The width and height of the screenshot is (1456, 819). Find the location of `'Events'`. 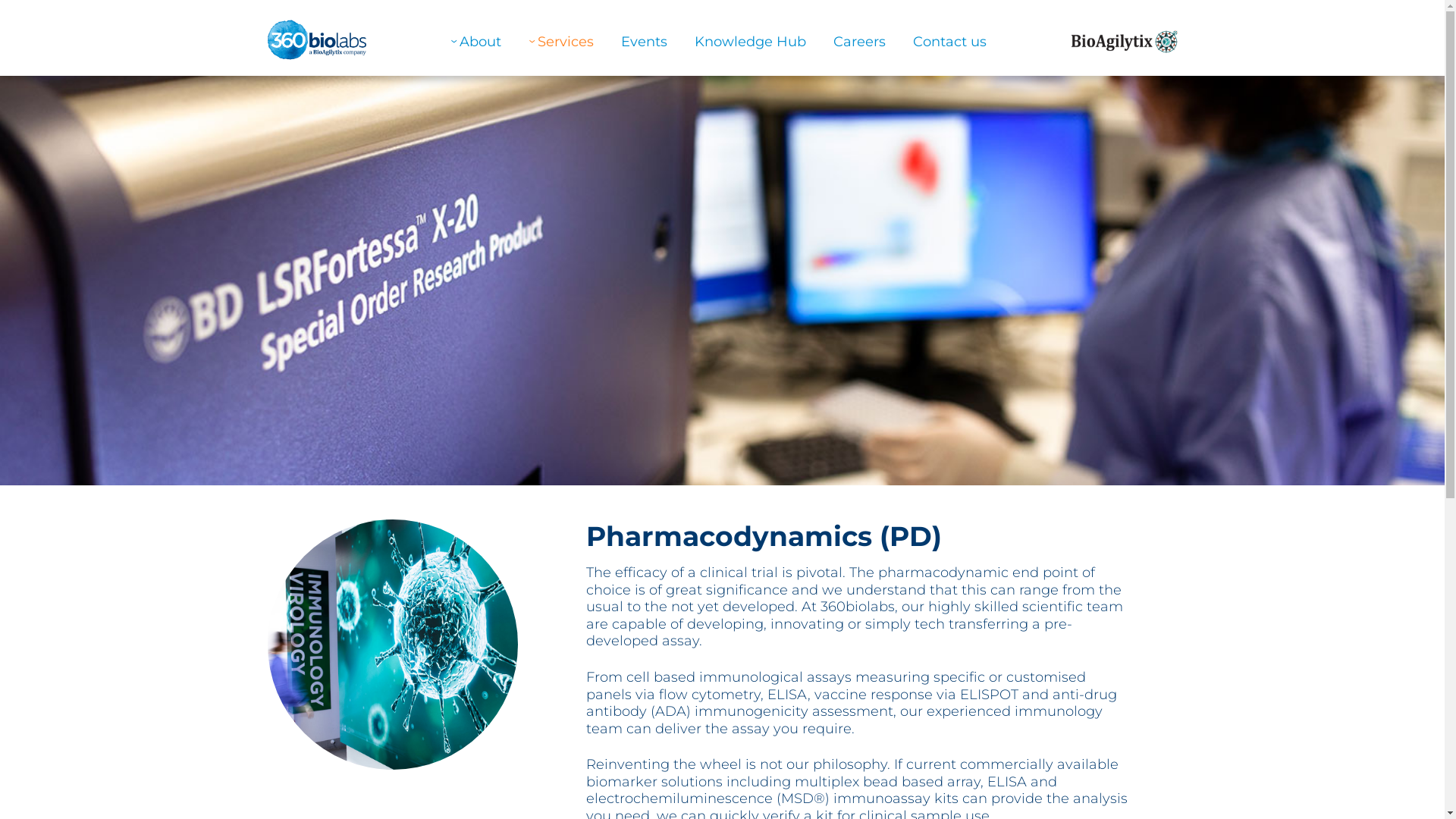

'Events' is located at coordinates (644, 40).